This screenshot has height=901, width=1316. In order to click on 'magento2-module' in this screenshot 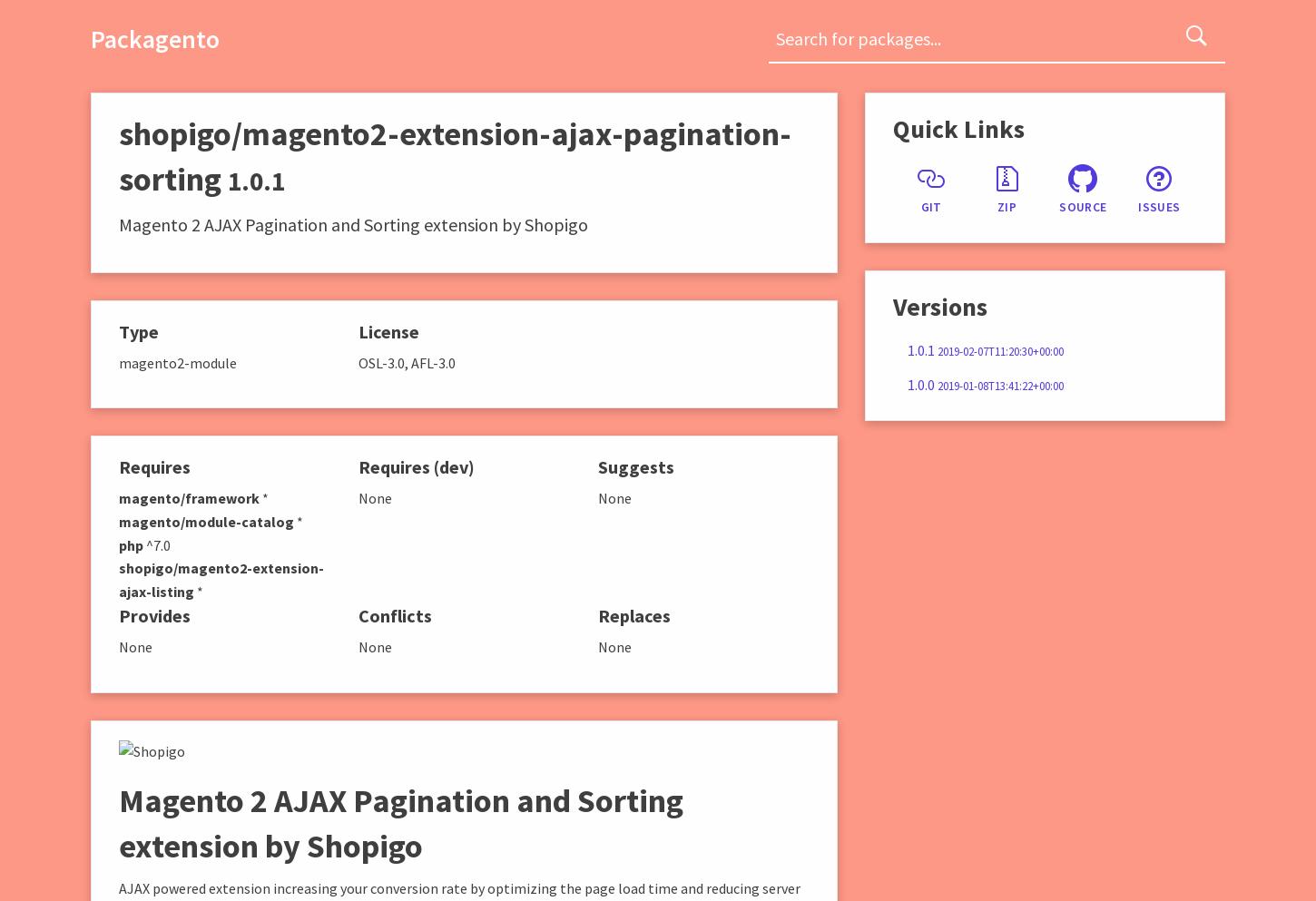, I will do `click(177, 360)`.